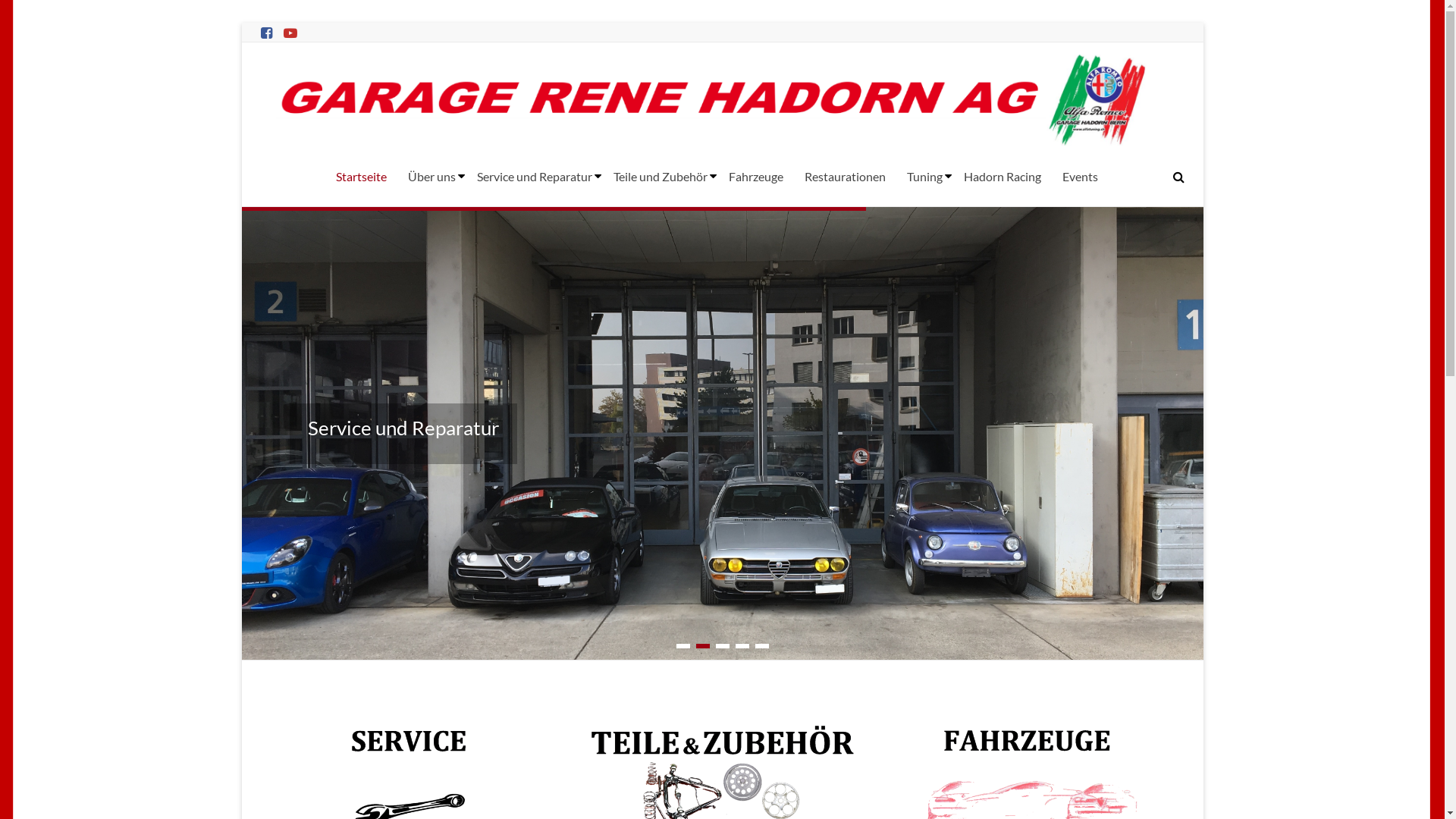  What do you see at coordinates (240, 22) in the screenshot?
I see `'Skip to content'` at bounding box center [240, 22].